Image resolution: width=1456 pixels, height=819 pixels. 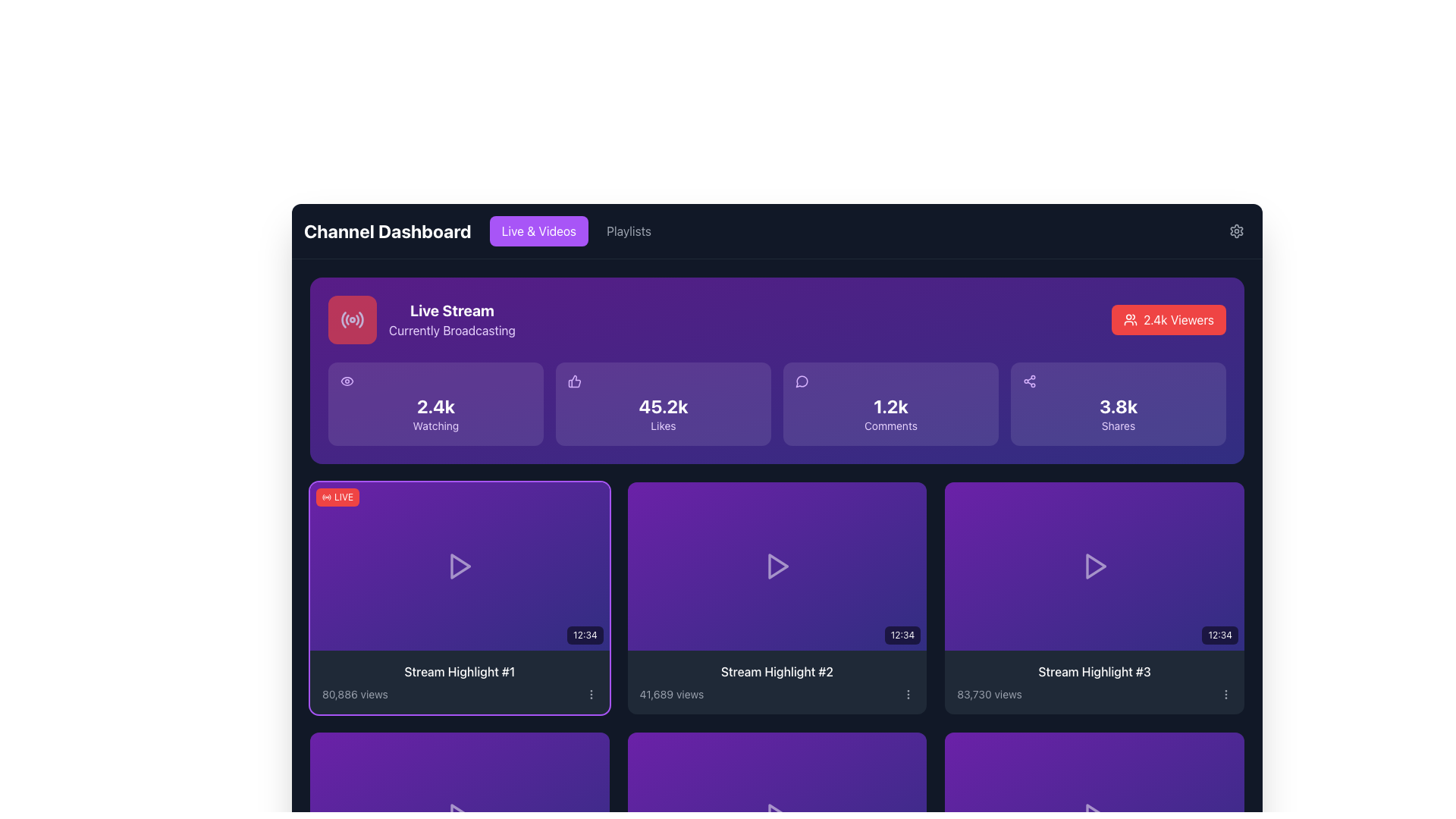 What do you see at coordinates (459, 566) in the screenshot?
I see `the triangular play icon with a purple outline located in the center of the card titled 'Stream Highlight #1' to play the stream` at bounding box center [459, 566].